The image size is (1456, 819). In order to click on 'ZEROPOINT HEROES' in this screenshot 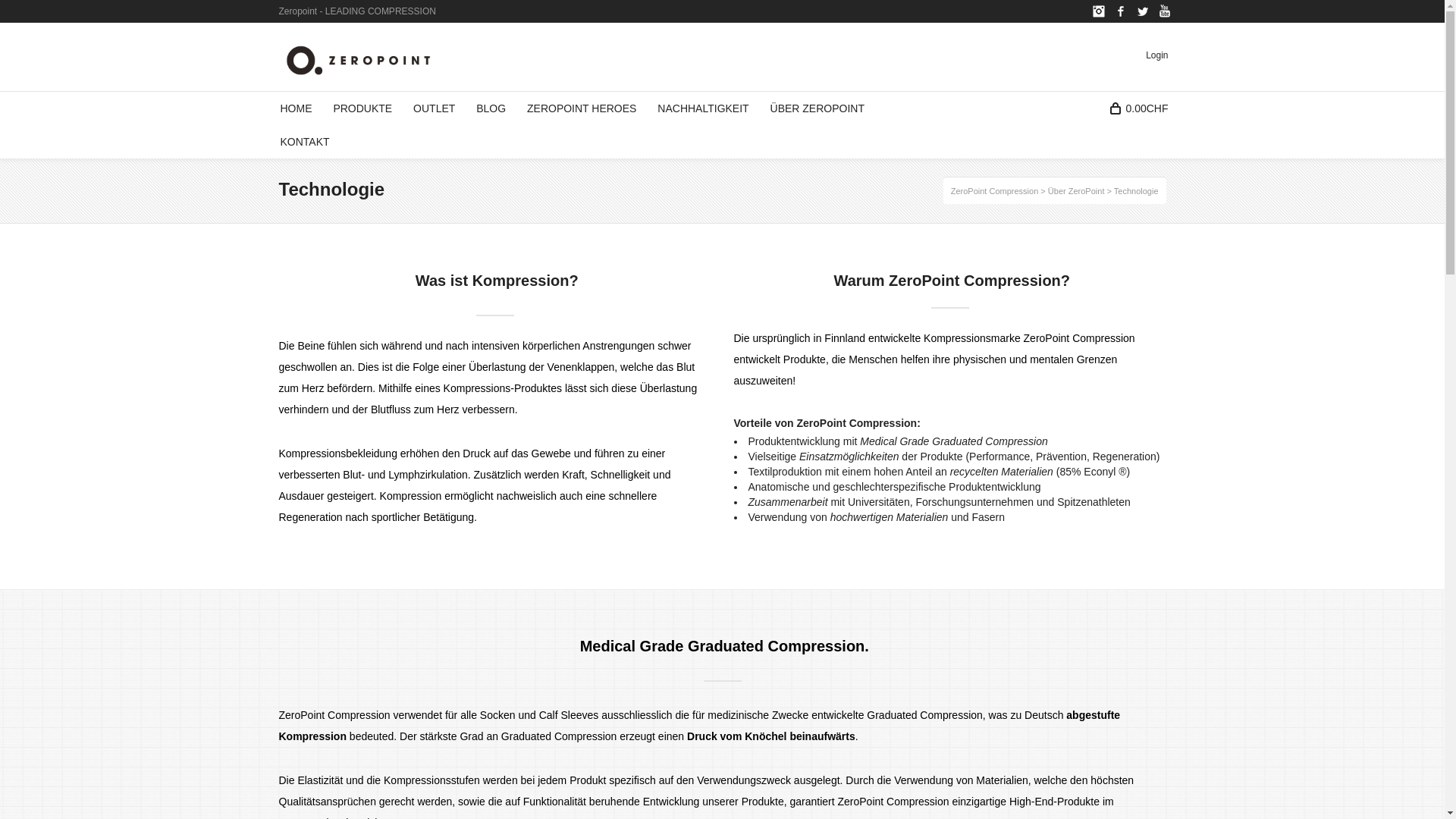, I will do `click(581, 107)`.